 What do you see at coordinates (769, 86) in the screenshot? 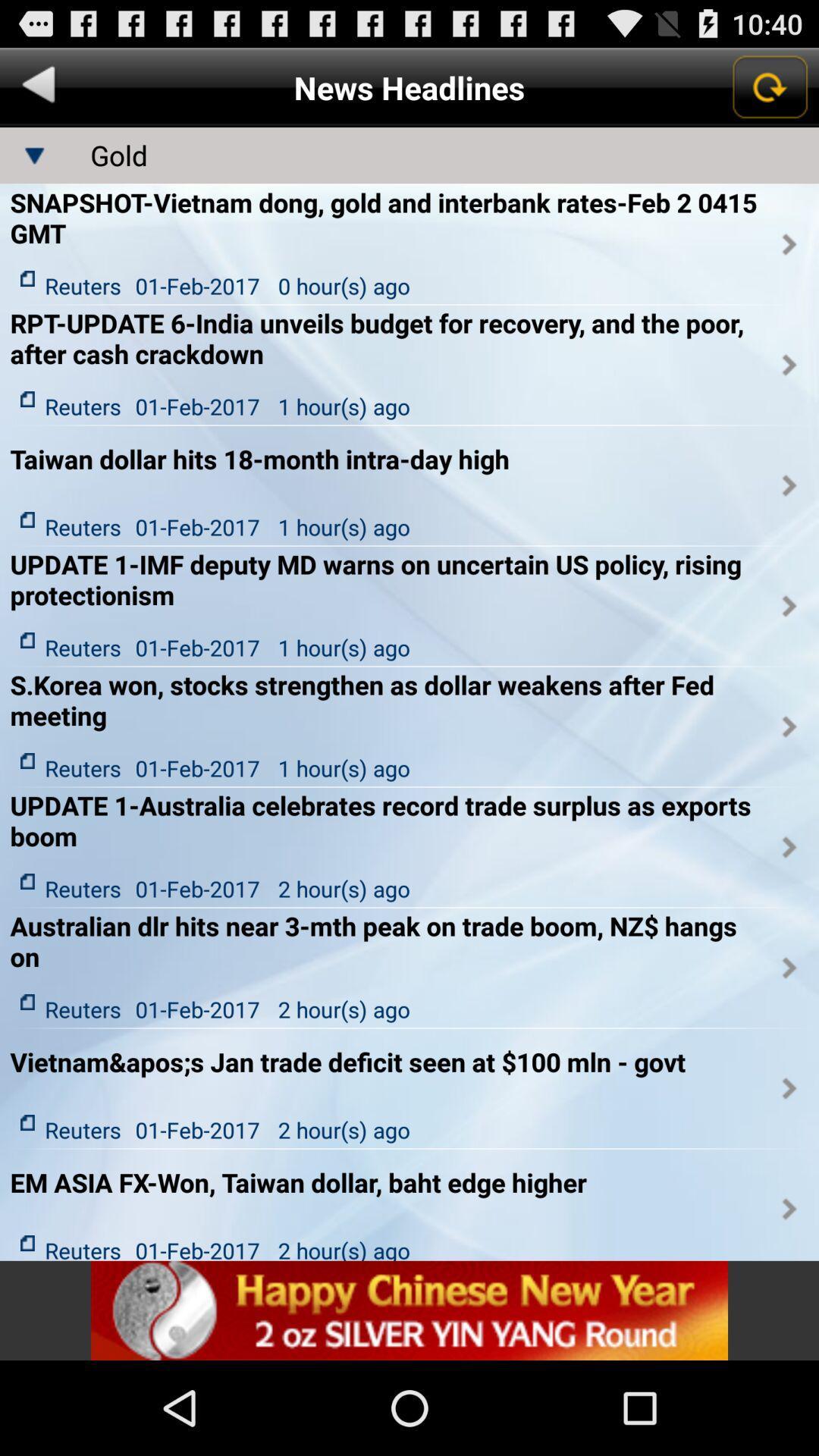
I see `refresh` at bounding box center [769, 86].